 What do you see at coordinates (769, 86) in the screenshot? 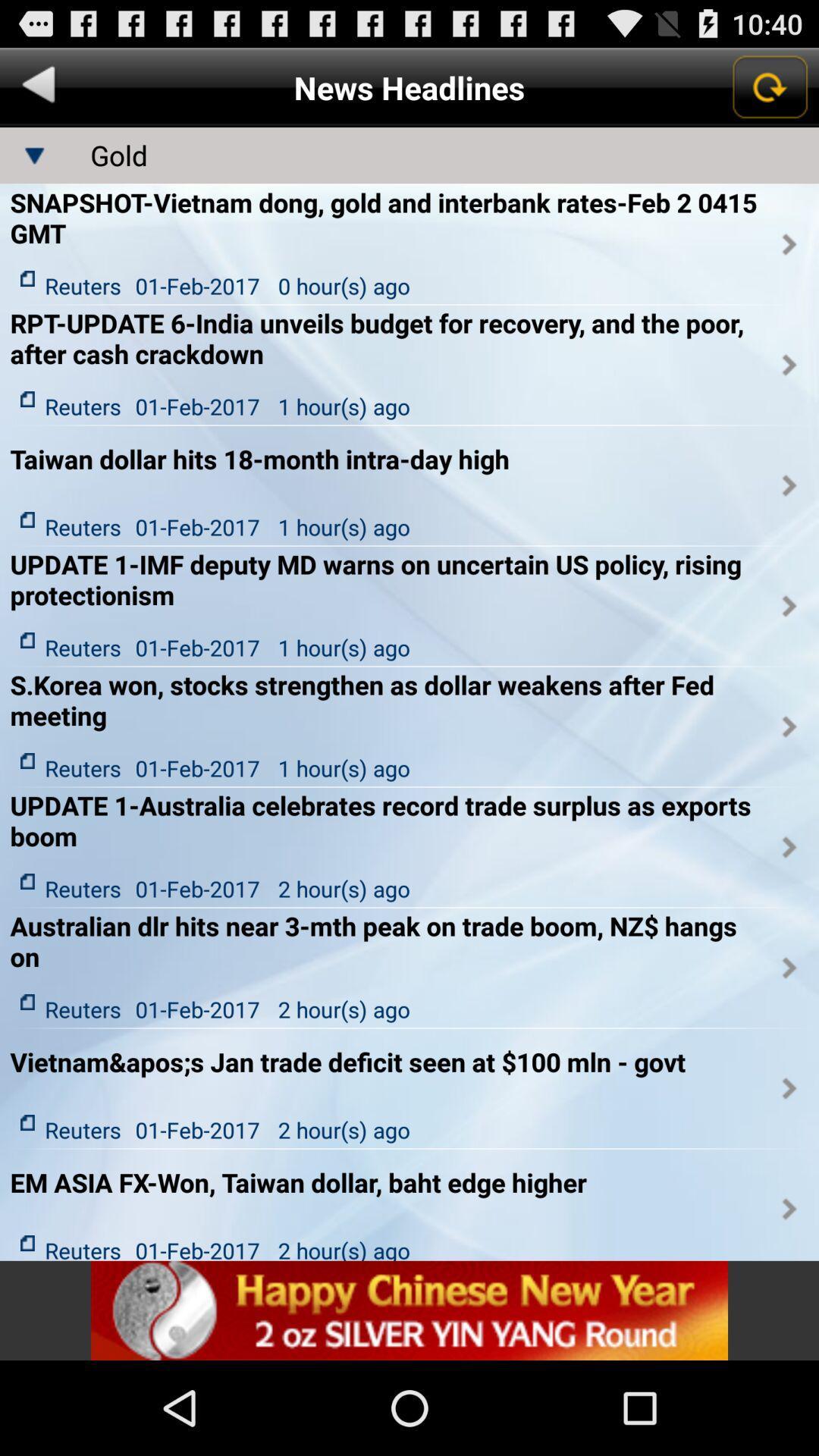
I see `refresh` at bounding box center [769, 86].